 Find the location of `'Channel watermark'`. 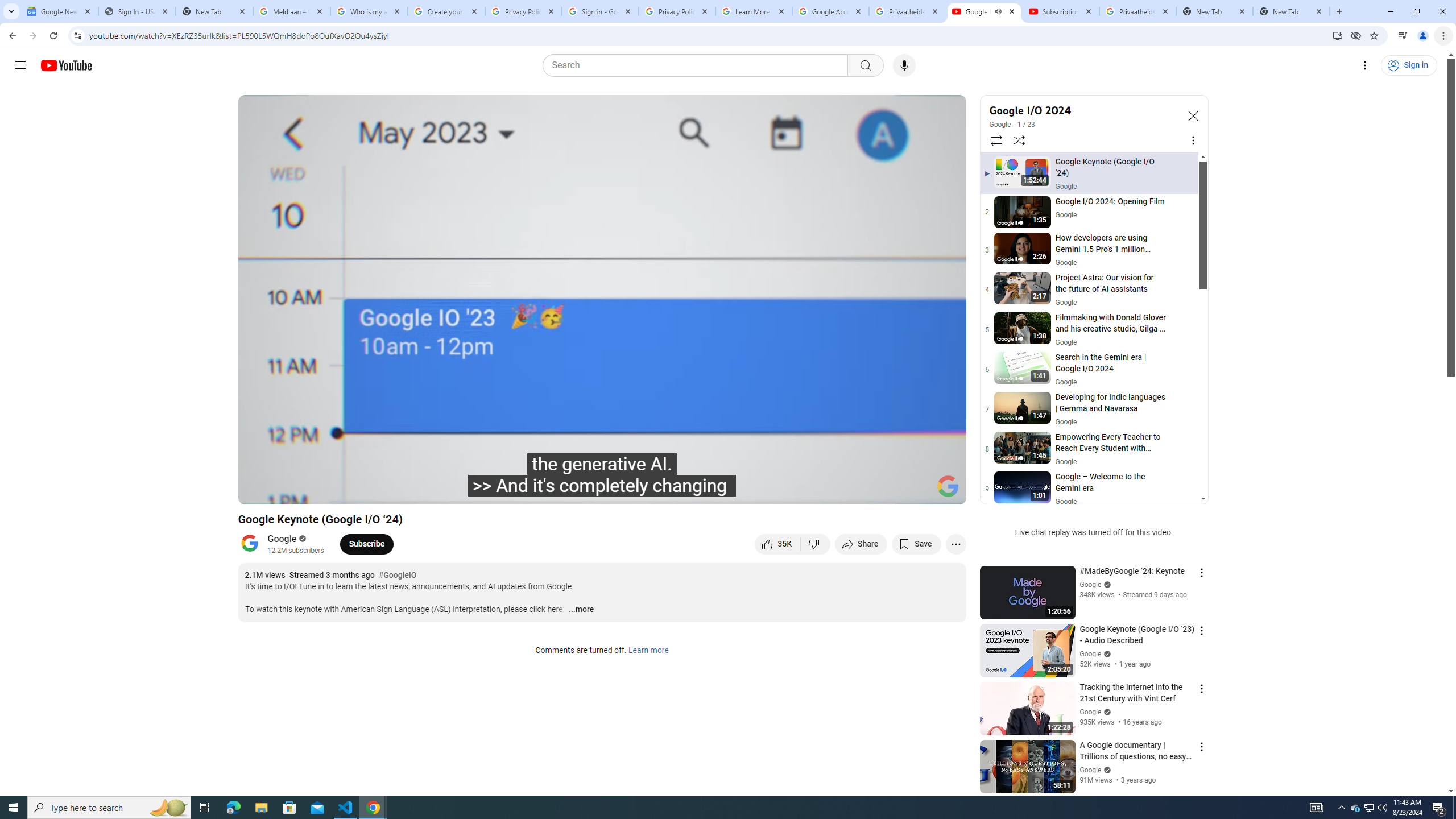

'Channel watermark' is located at coordinates (948, 486).